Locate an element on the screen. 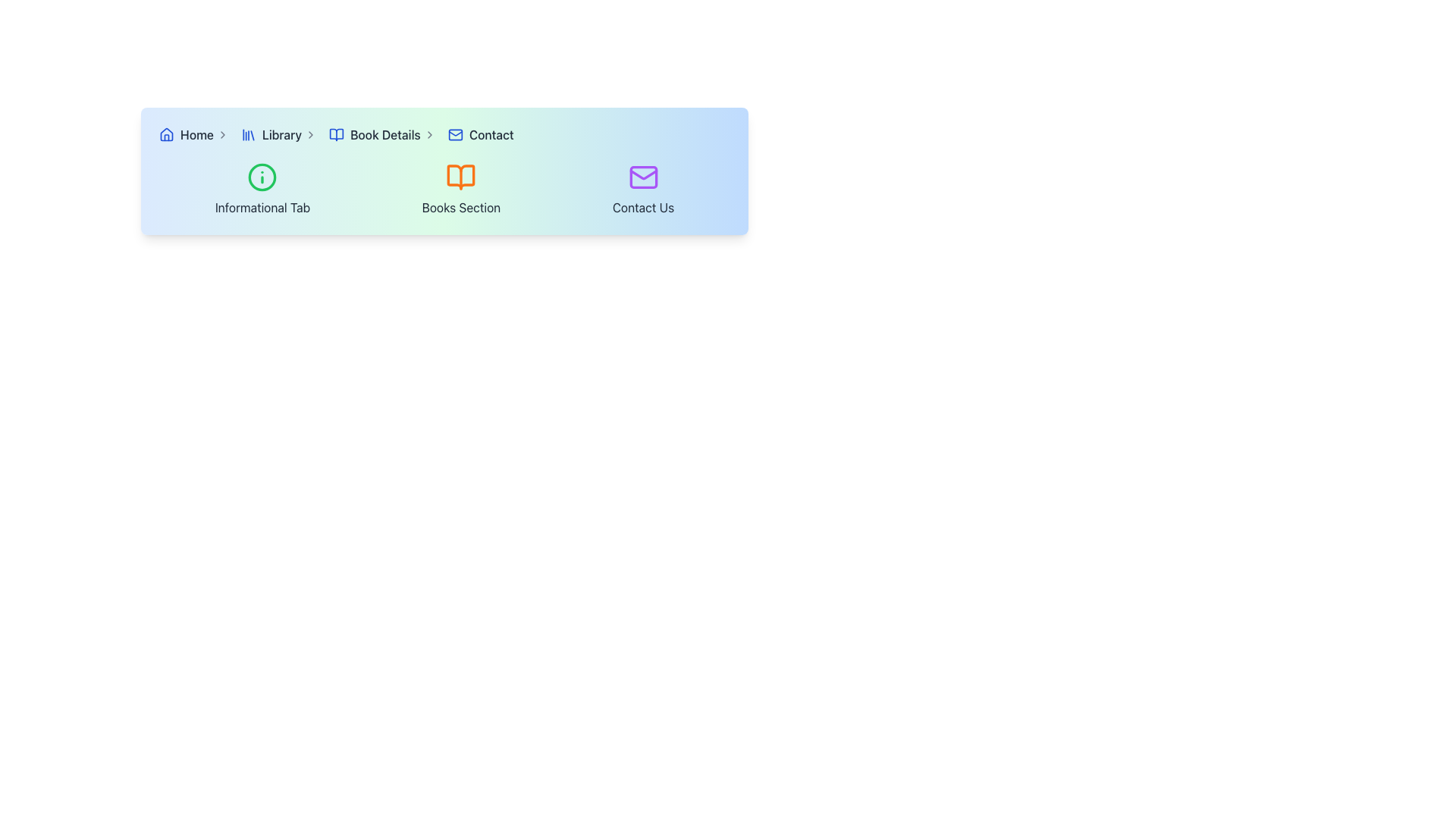  the blue outlined house icon in the upper-left corner of the interface, which is the first icon preceding the text 'Home' is located at coordinates (167, 133).